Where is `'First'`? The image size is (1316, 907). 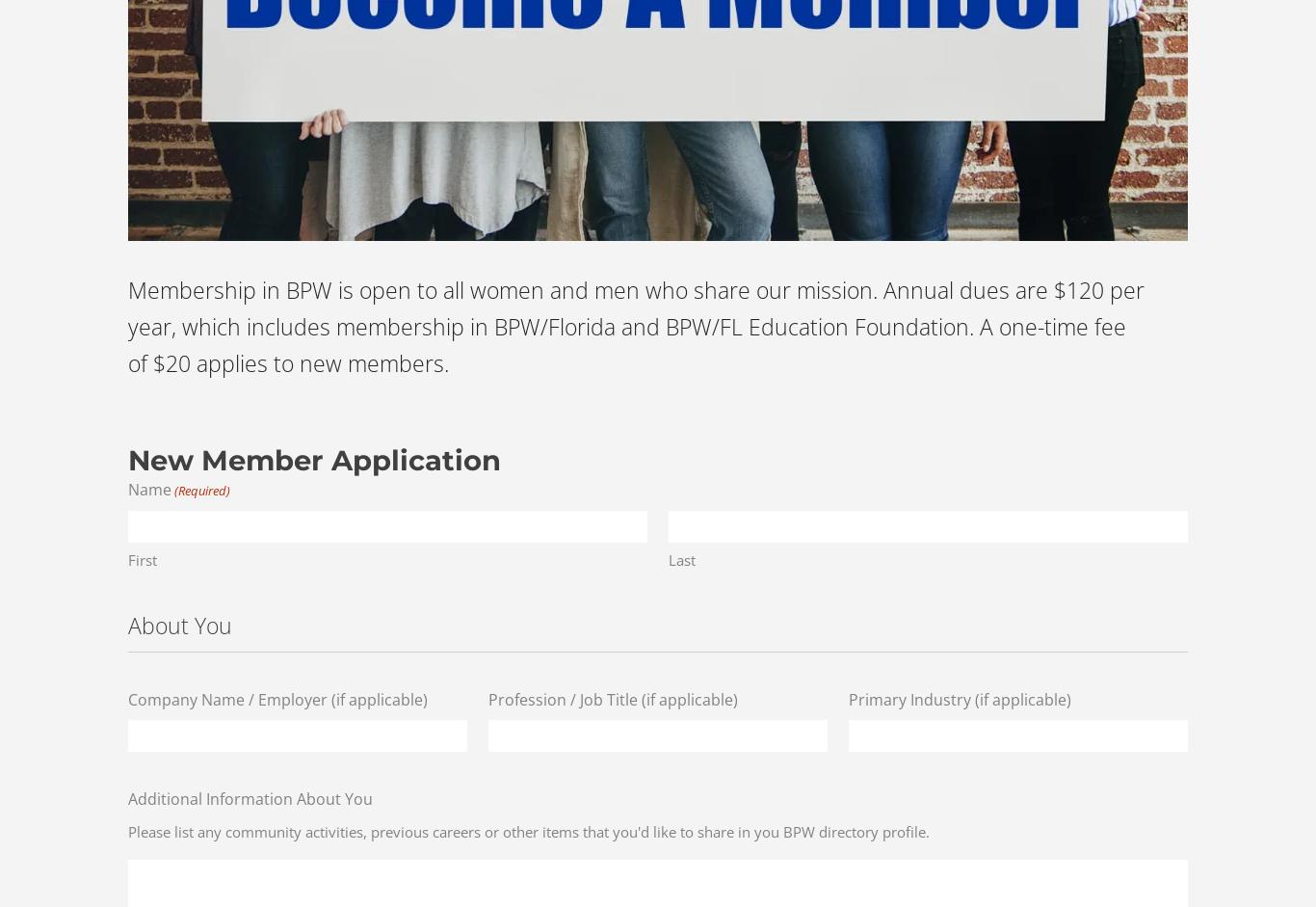
'First' is located at coordinates (141, 558).